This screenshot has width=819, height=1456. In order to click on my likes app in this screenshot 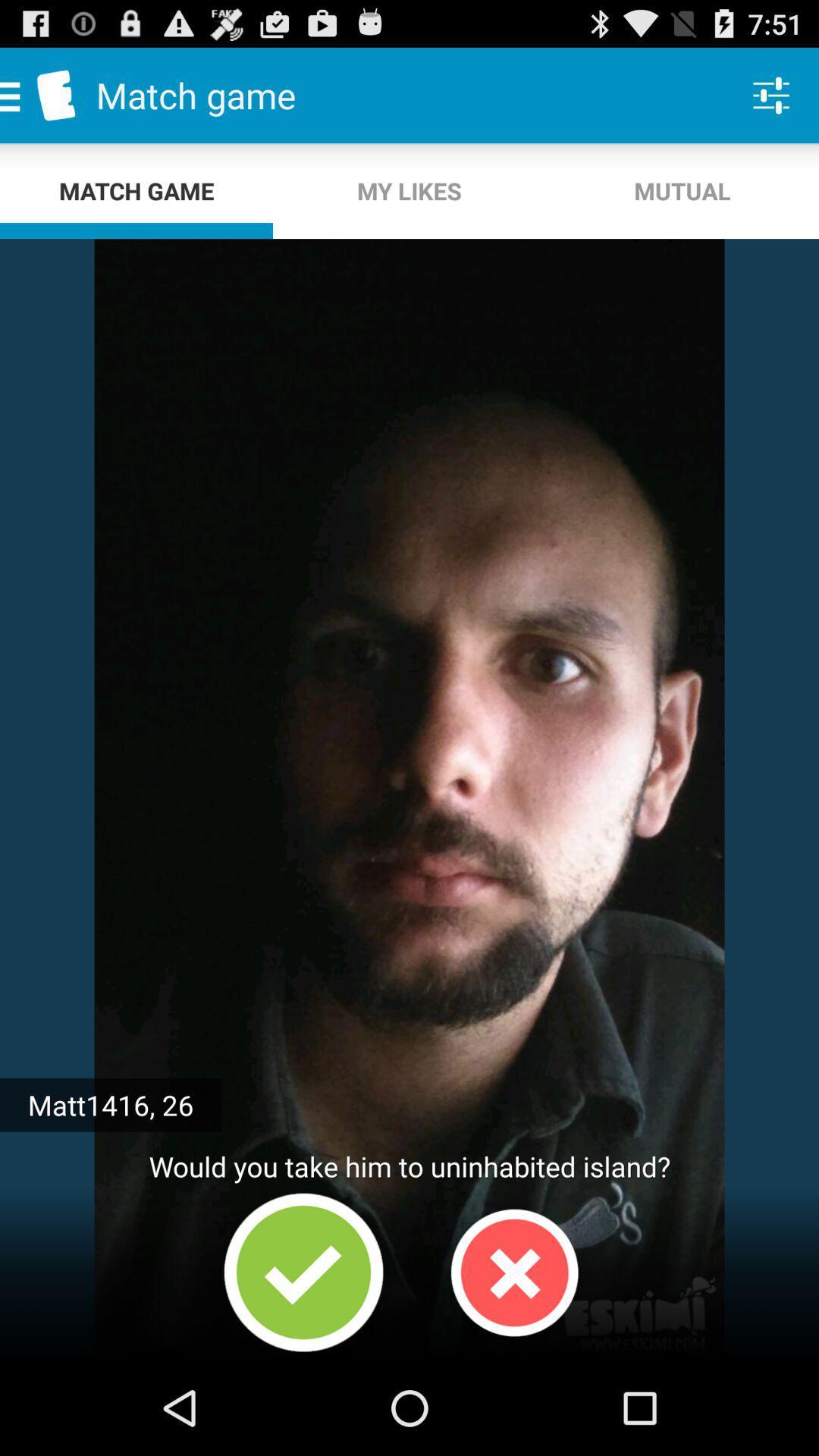, I will do `click(409, 190)`.